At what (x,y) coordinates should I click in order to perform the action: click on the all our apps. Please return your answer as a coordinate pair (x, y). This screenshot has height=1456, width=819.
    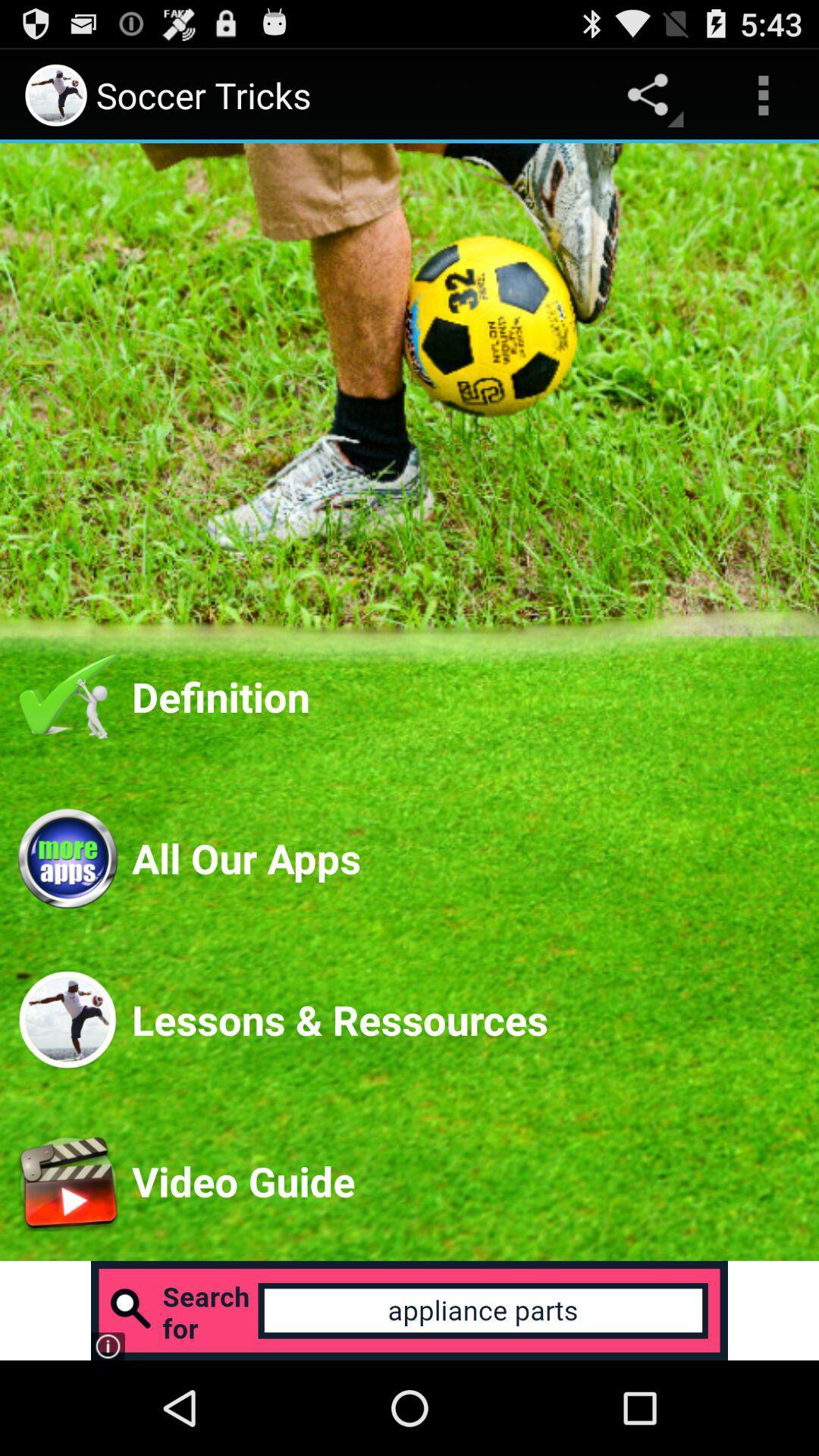
    Looking at the image, I should click on (465, 858).